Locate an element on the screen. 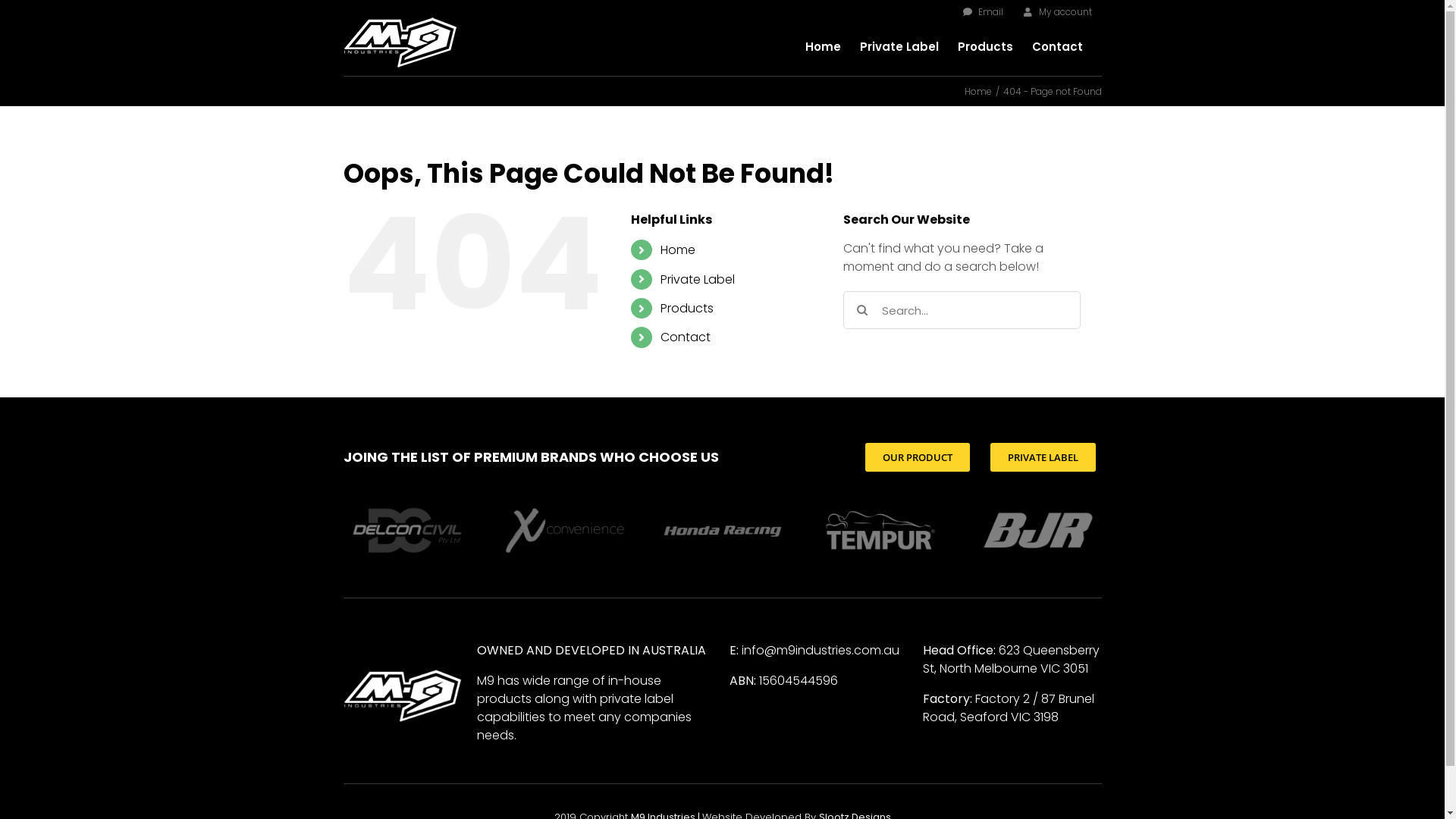  'Partner-Logo-BJR@2x' is located at coordinates (973, 529).